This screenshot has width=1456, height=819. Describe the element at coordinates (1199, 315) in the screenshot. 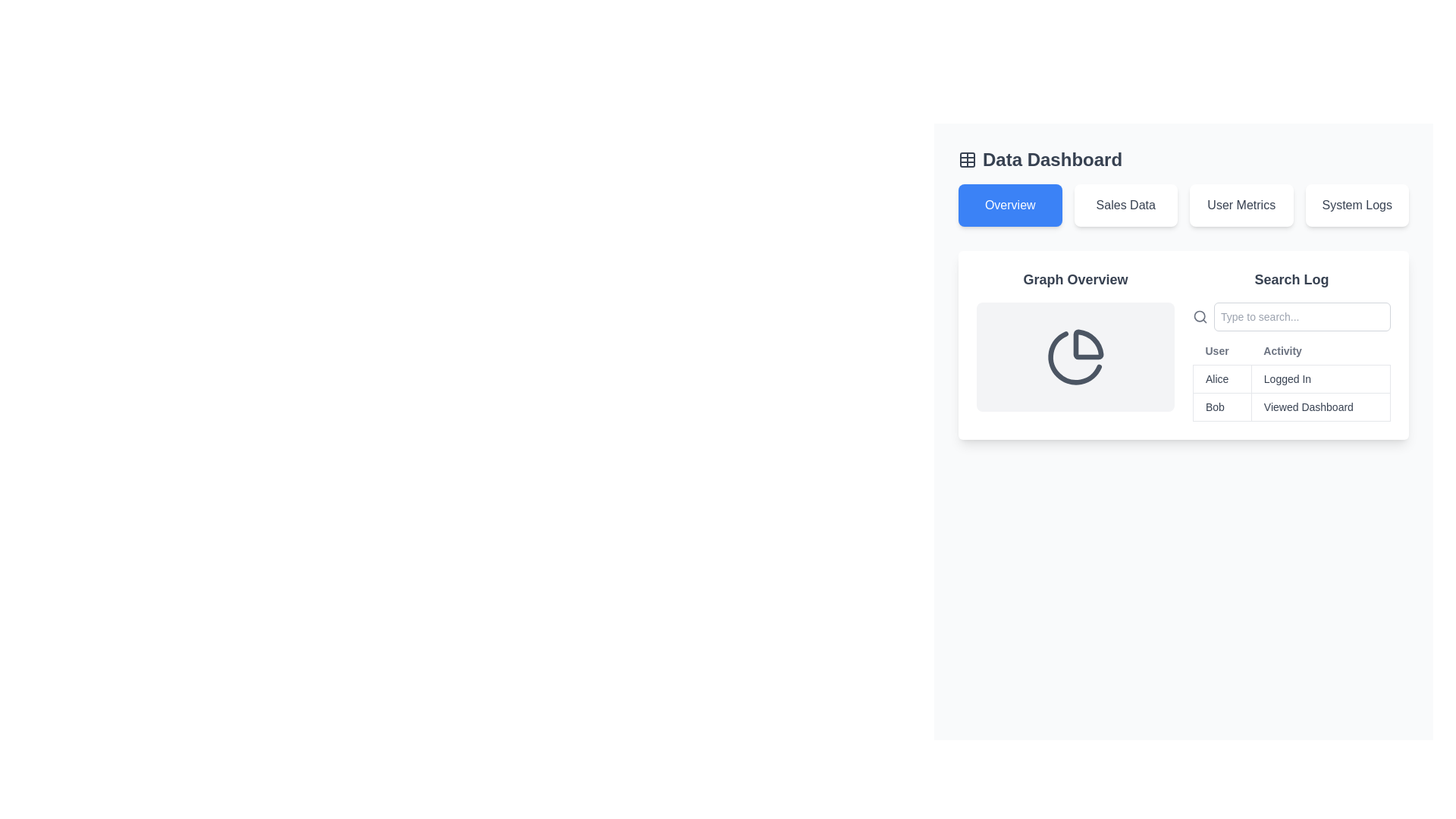

I see `the circular magnifying glass lens icon in the search section of the dashboard interface` at that location.